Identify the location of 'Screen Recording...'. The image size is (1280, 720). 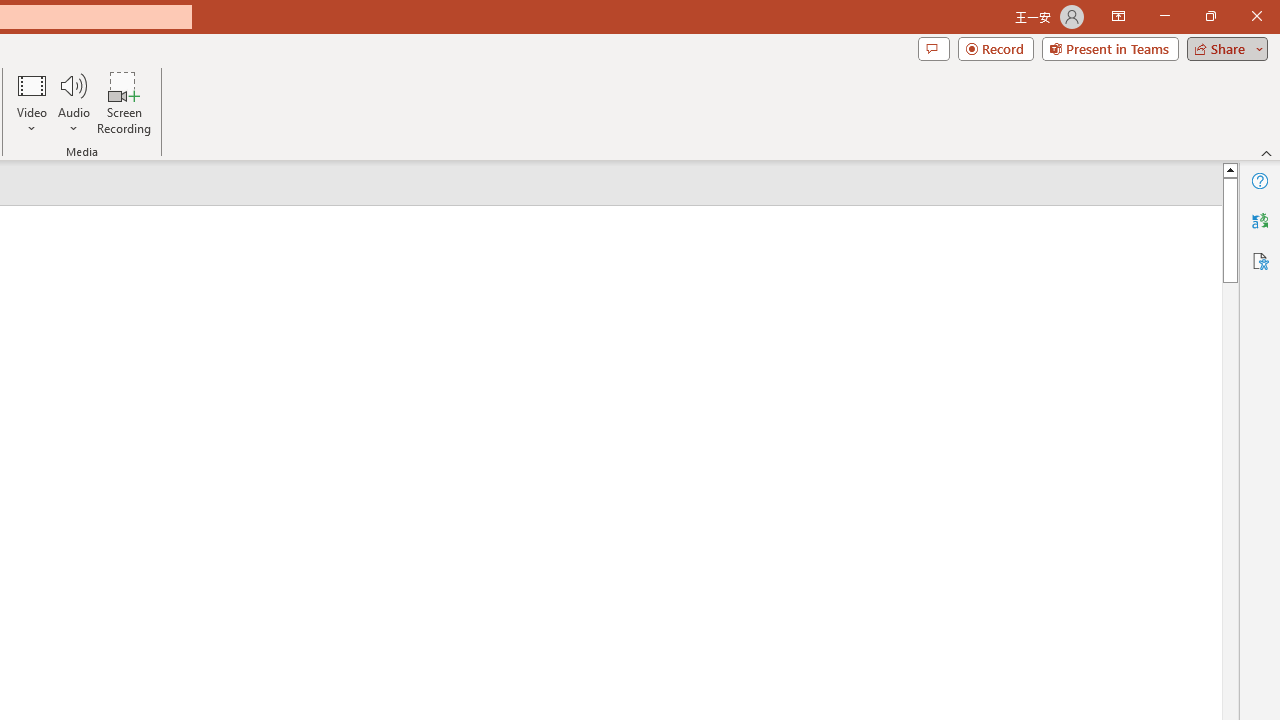
(123, 103).